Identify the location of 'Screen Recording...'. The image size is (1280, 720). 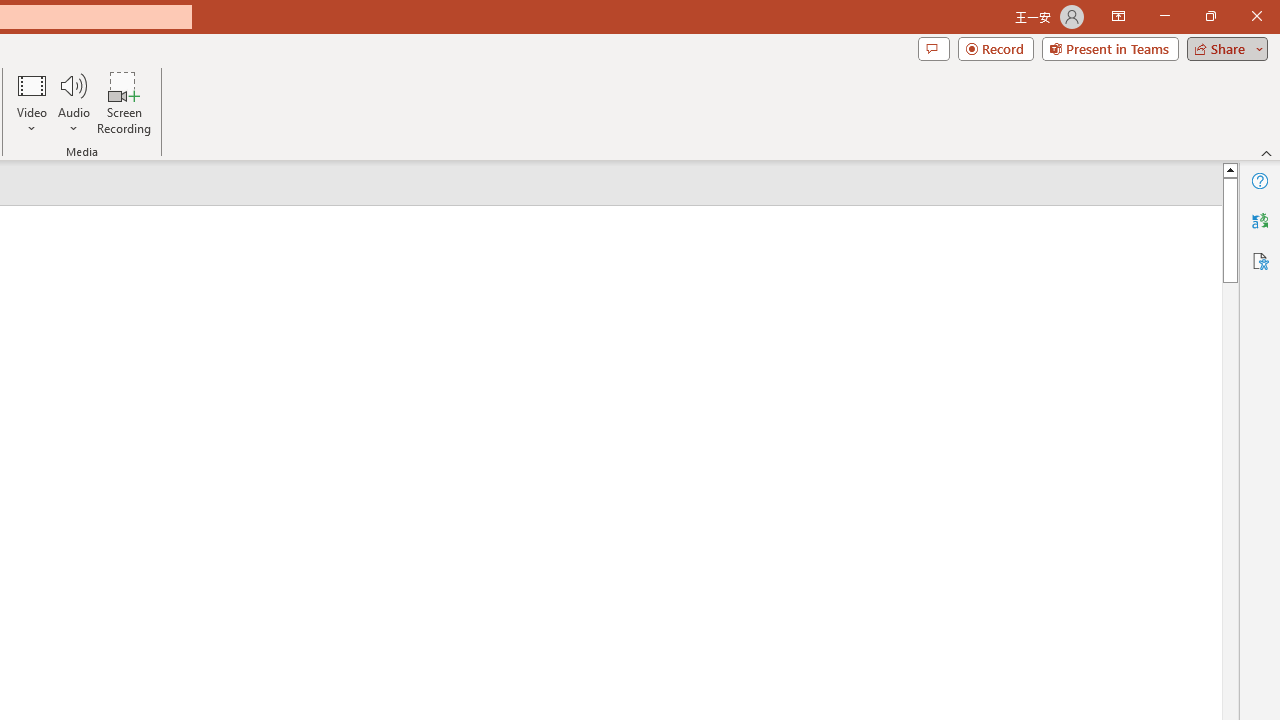
(123, 103).